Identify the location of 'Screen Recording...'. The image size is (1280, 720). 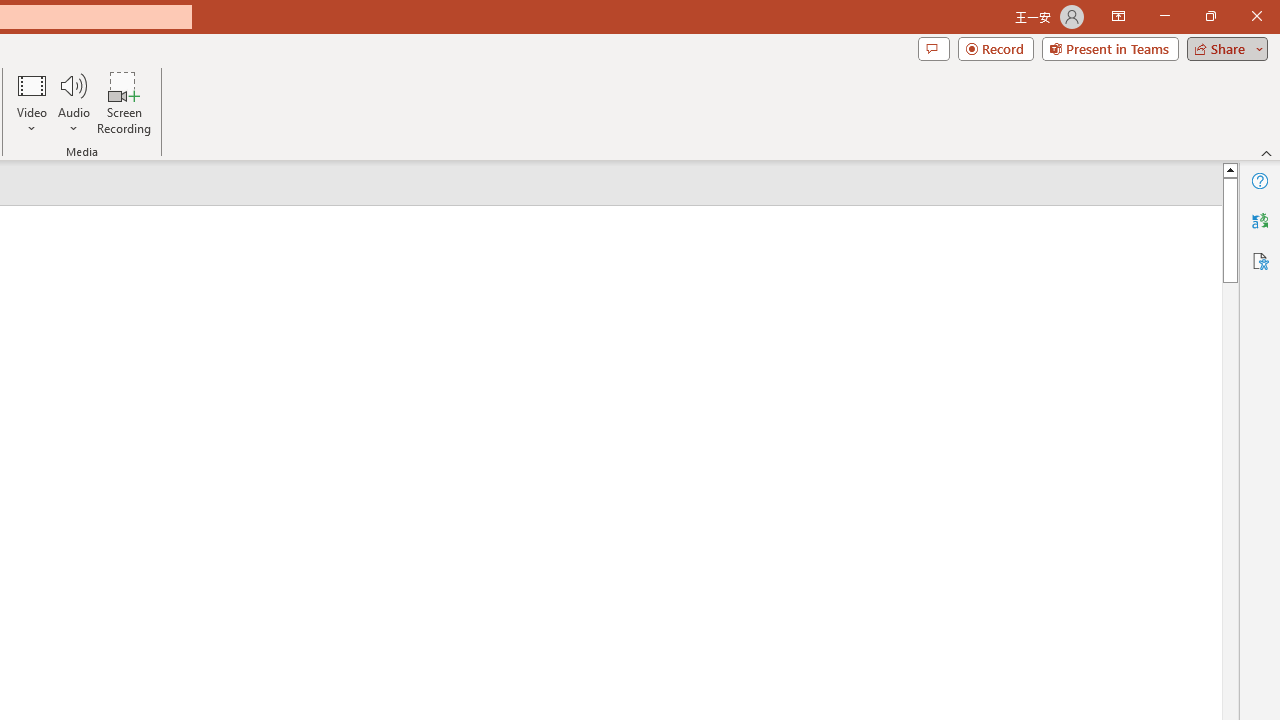
(123, 103).